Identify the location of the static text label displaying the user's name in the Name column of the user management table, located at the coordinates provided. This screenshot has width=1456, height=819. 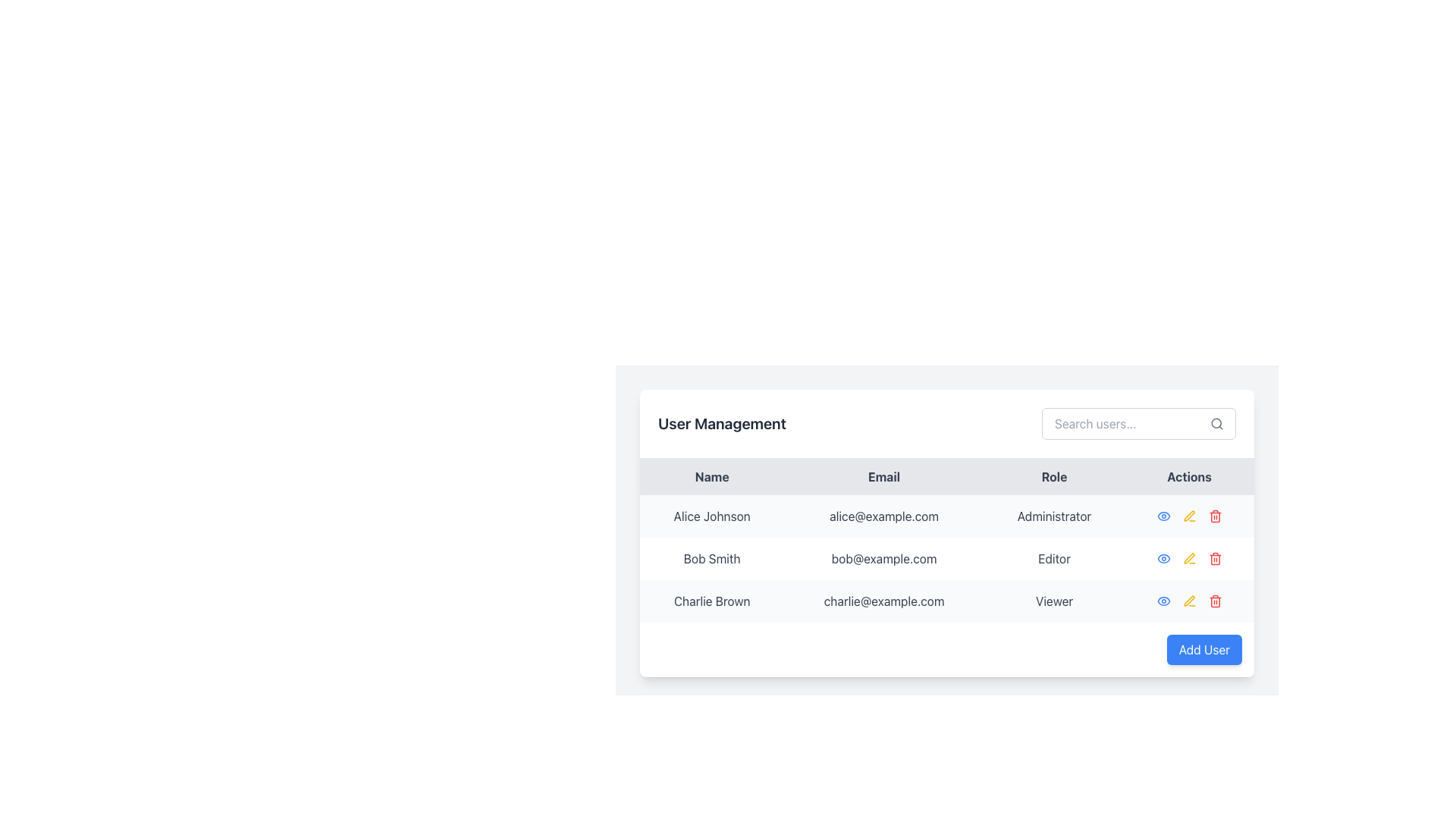
(711, 558).